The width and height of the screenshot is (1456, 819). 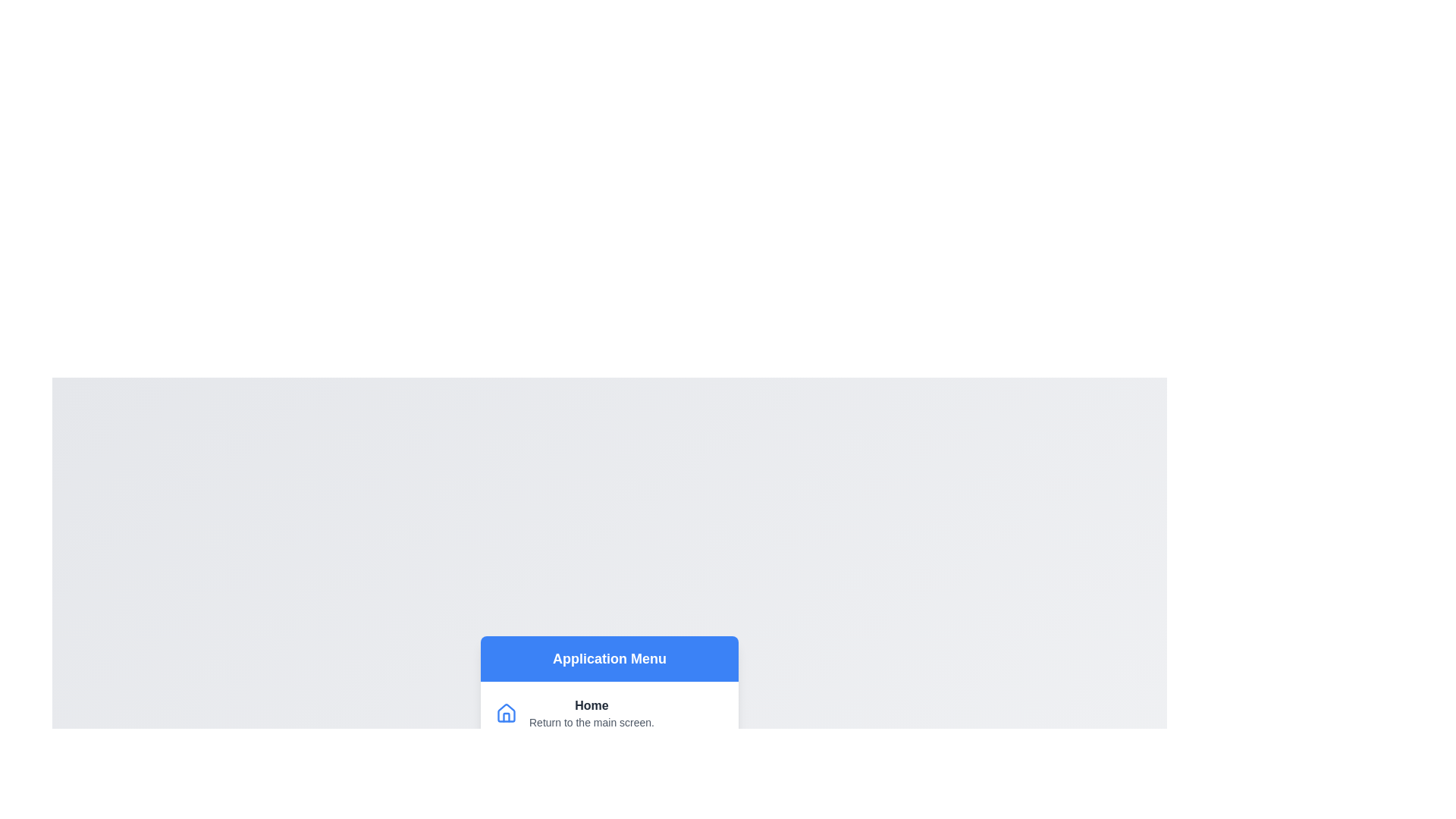 What do you see at coordinates (610, 713) in the screenshot?
I see `the menu item labeled 'Home' to view its hover effects` at bounding box center [610, 713].